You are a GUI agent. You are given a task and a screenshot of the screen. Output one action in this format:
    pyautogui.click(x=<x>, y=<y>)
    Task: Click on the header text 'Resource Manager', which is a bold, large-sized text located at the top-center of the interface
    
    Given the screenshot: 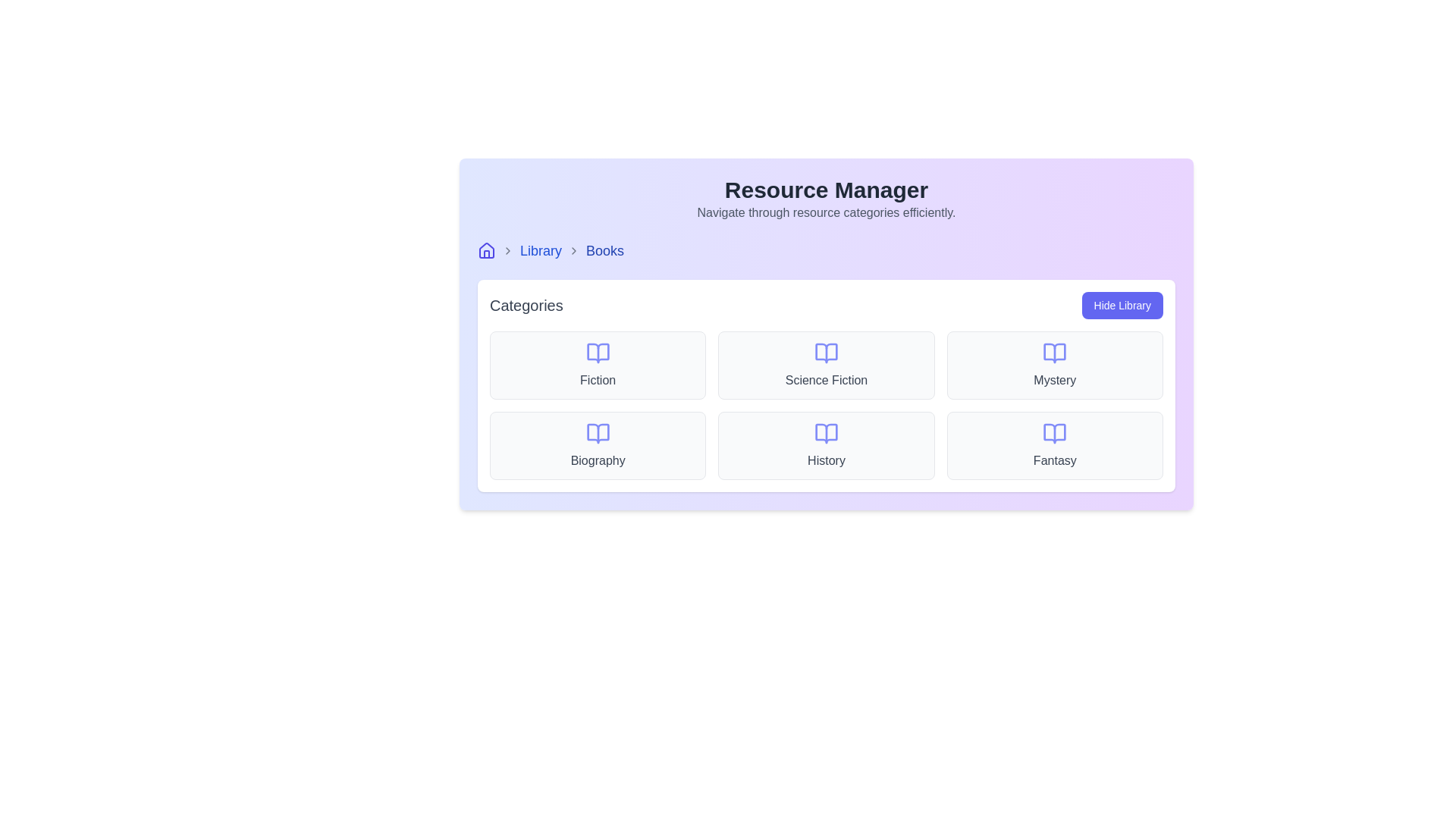 What is the action you would take?
    pyautogui.click(x=825, y=189)
    